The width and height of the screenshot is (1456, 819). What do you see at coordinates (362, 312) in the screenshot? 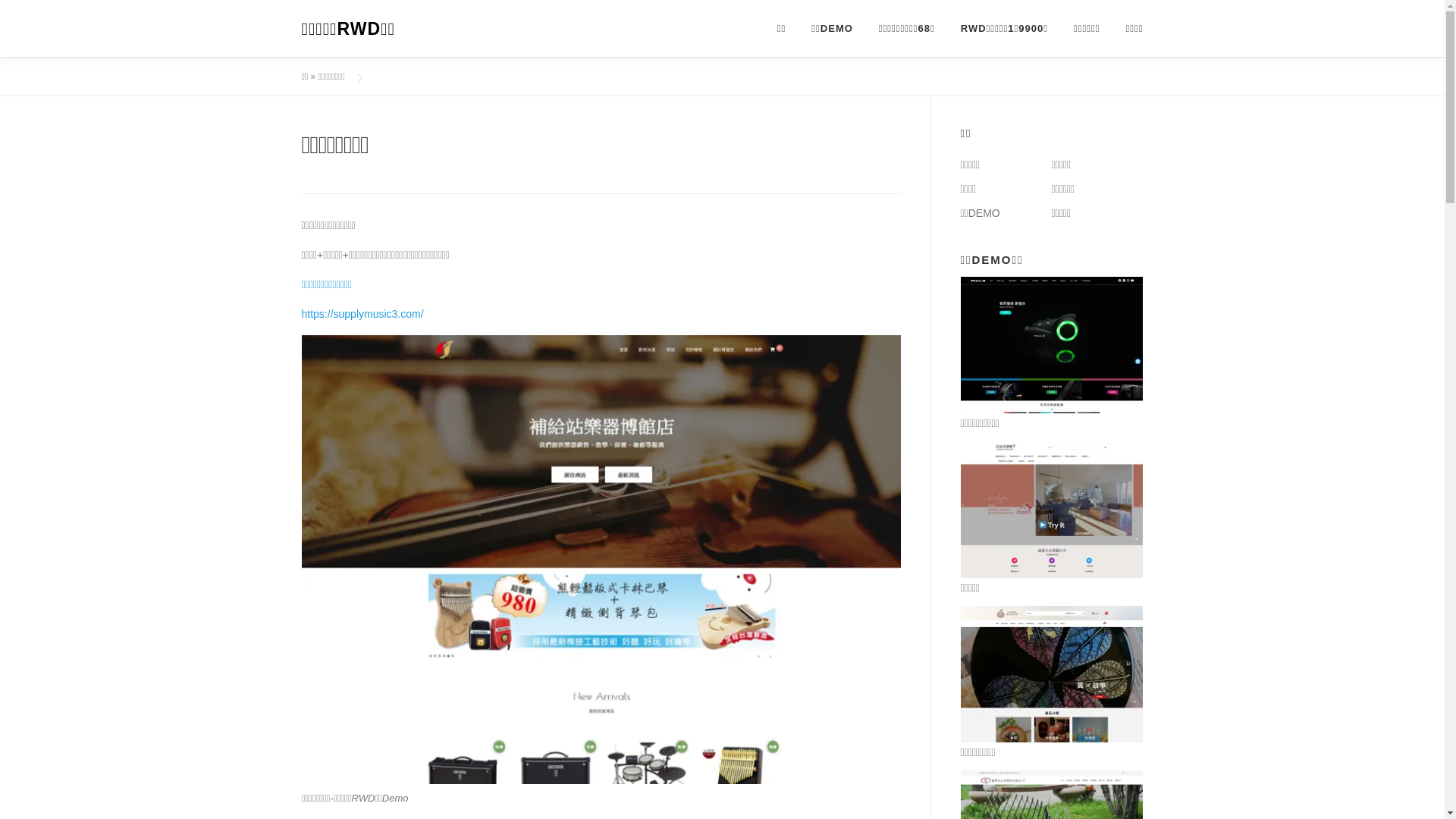
I see `'https://supplymusic3.com/'` at bounding box center [362, 312].